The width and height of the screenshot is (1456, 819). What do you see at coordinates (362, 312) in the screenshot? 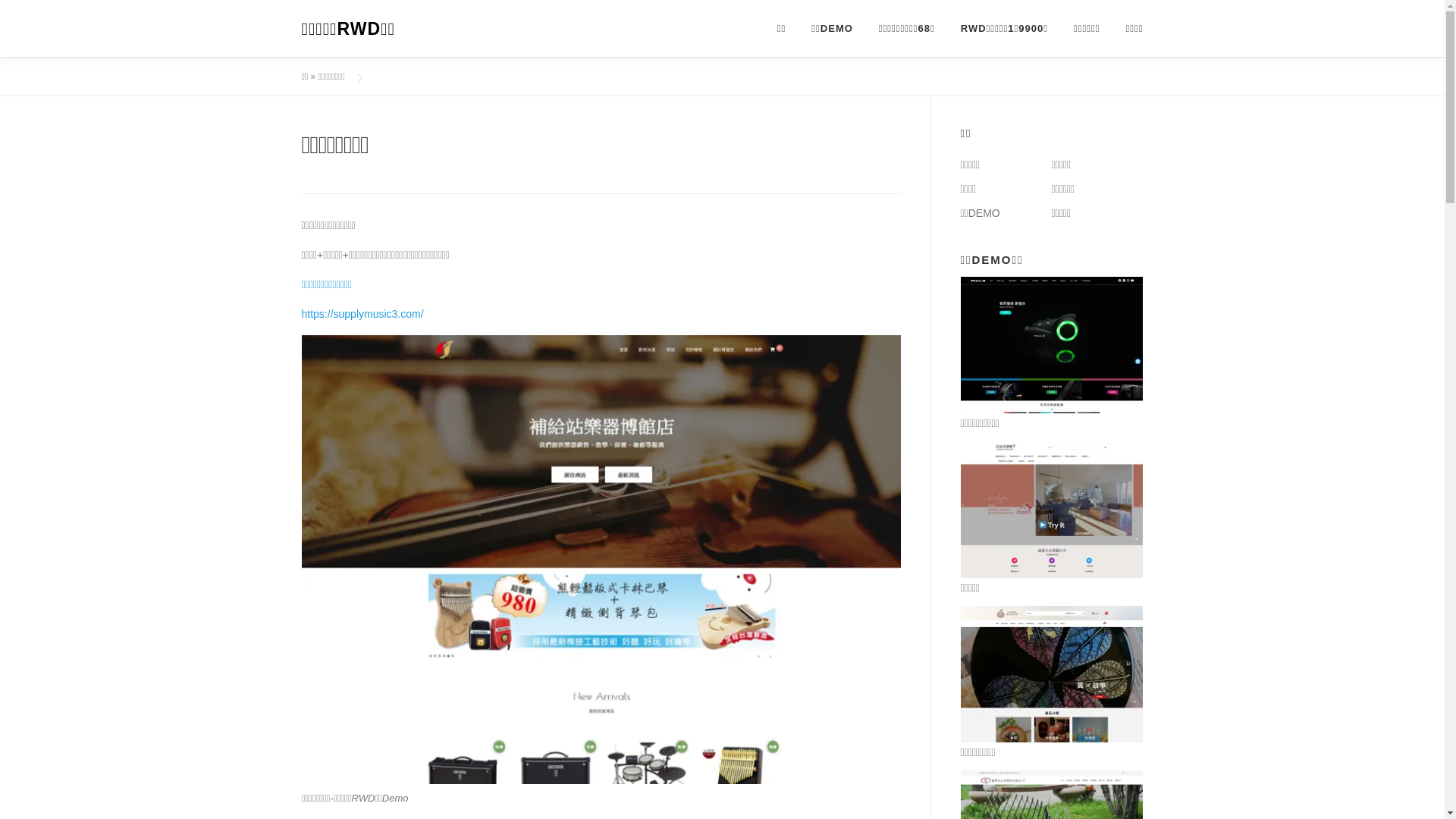
I see `'https://supplymusic3.com/'` at bounding box center [362, 312].